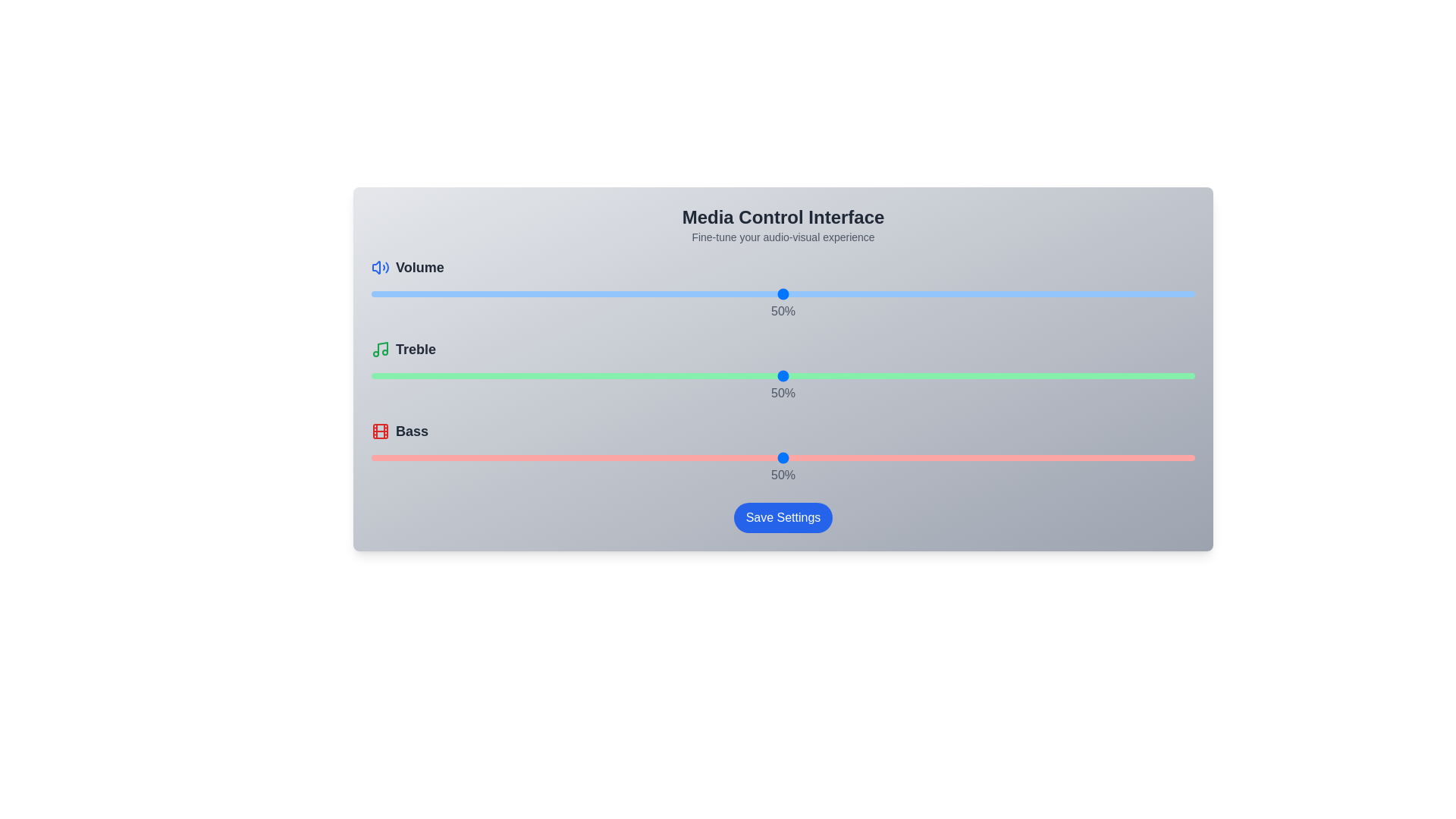  Describe the element at coordinates (783, 311) in the screenshot. I see `the text label that displays the percentage level of the volume setting, which is positioned below the horizontal blue progress bar and aligned horizontally centered with the bar` at that location.